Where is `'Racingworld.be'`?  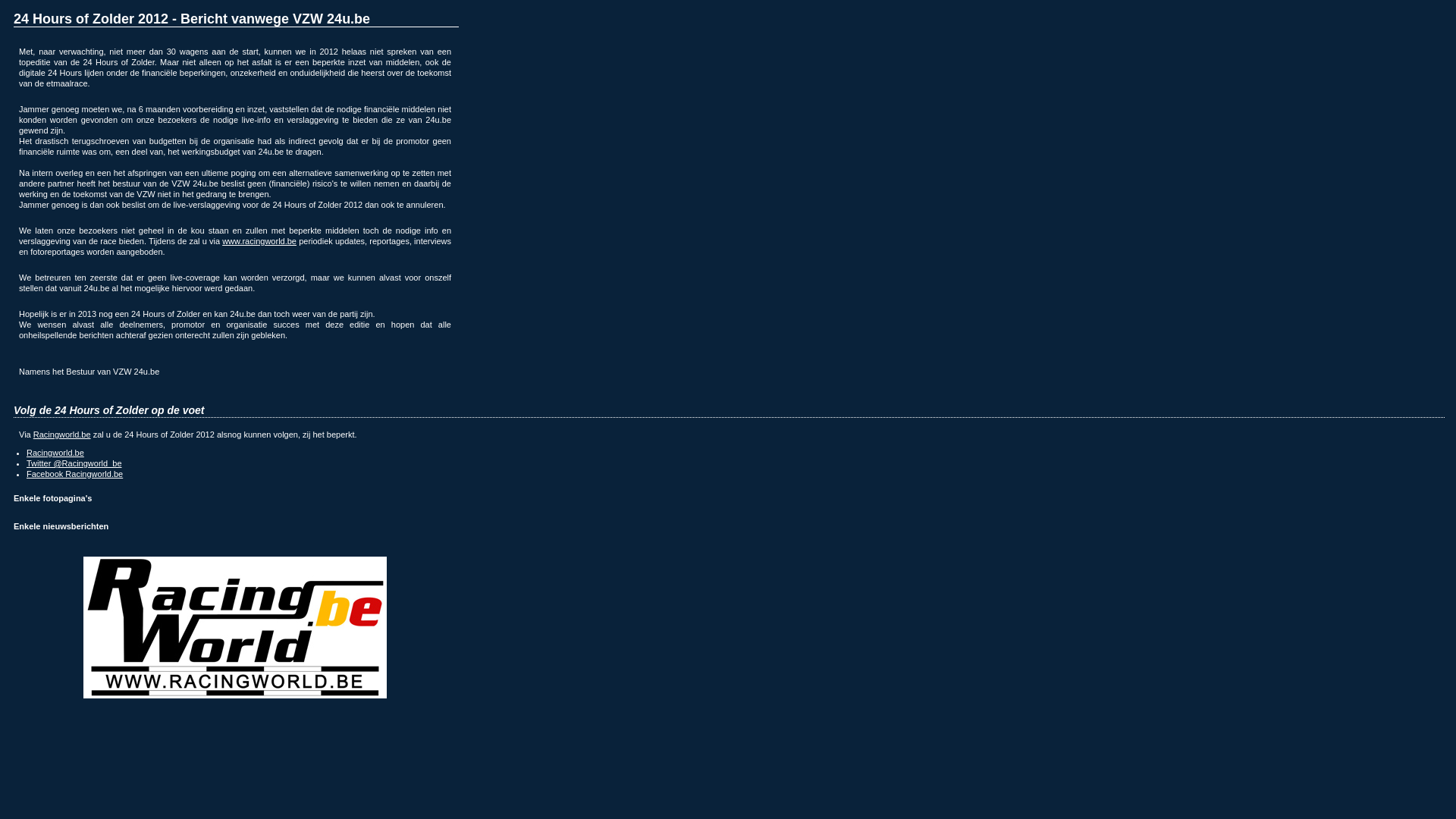 'Racingworld.be' is located at coordinates (61, 435).